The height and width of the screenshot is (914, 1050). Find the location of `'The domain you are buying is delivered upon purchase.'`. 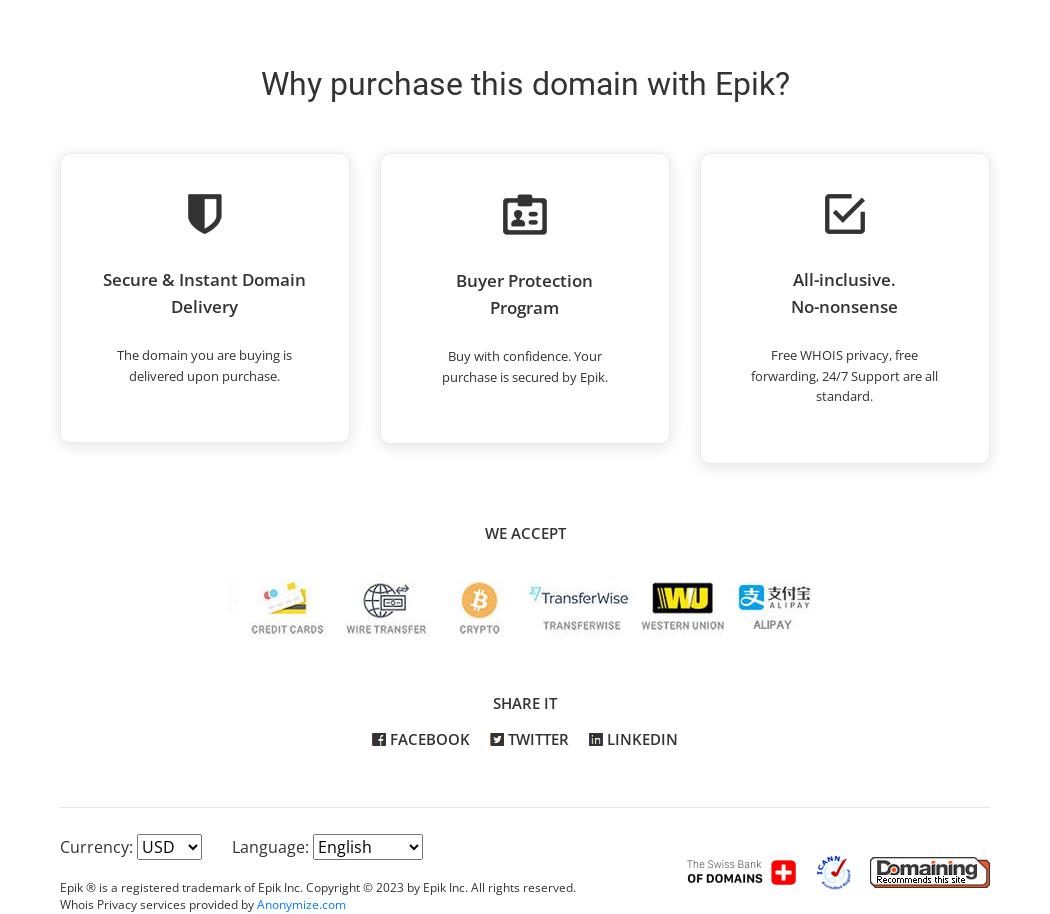

'The domain you are buying is delivered upon purchase.' is located at coordinates (203, 363).